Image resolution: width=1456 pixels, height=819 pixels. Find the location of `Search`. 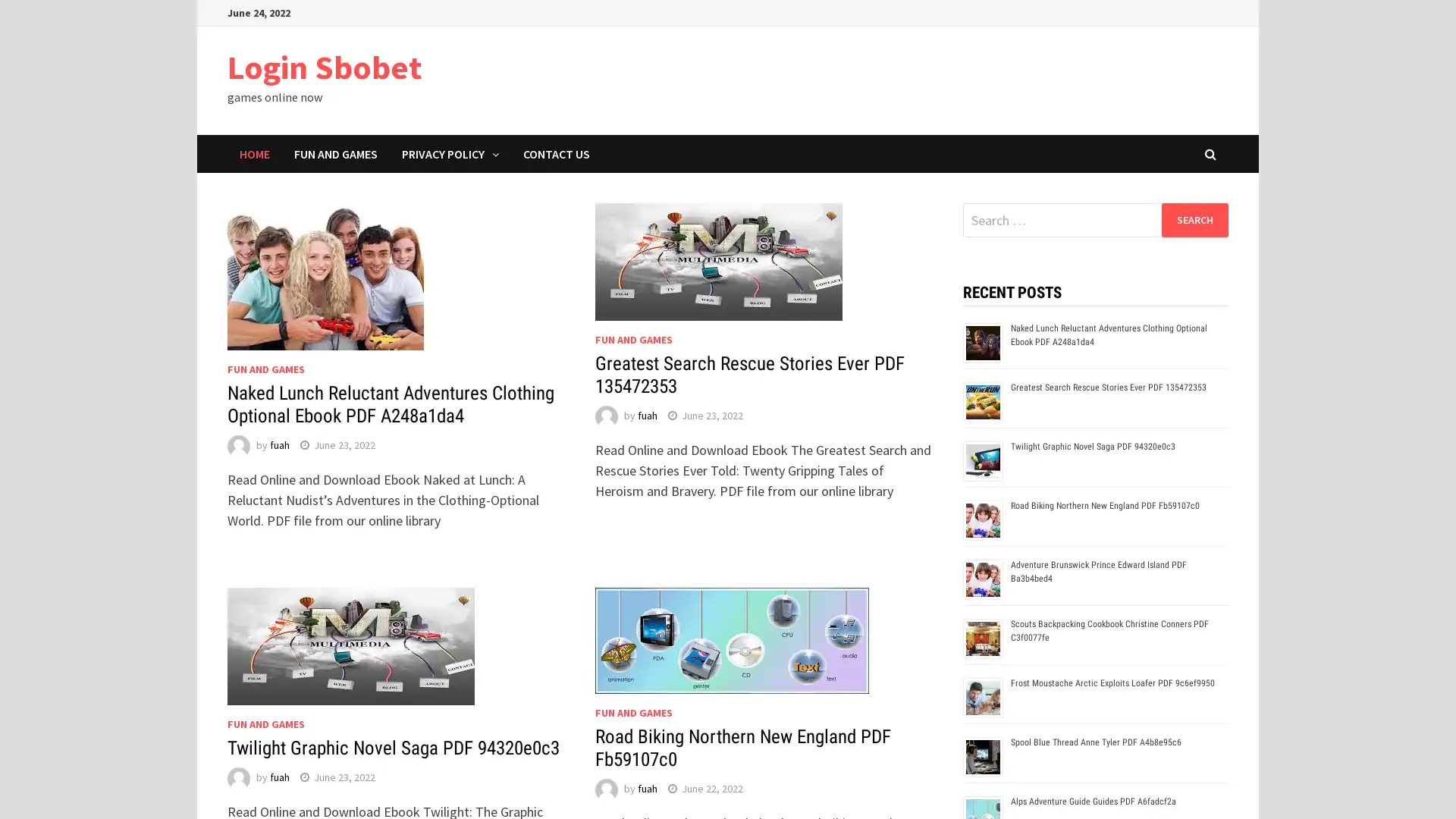

Search is located at coordinates (1194, 219).